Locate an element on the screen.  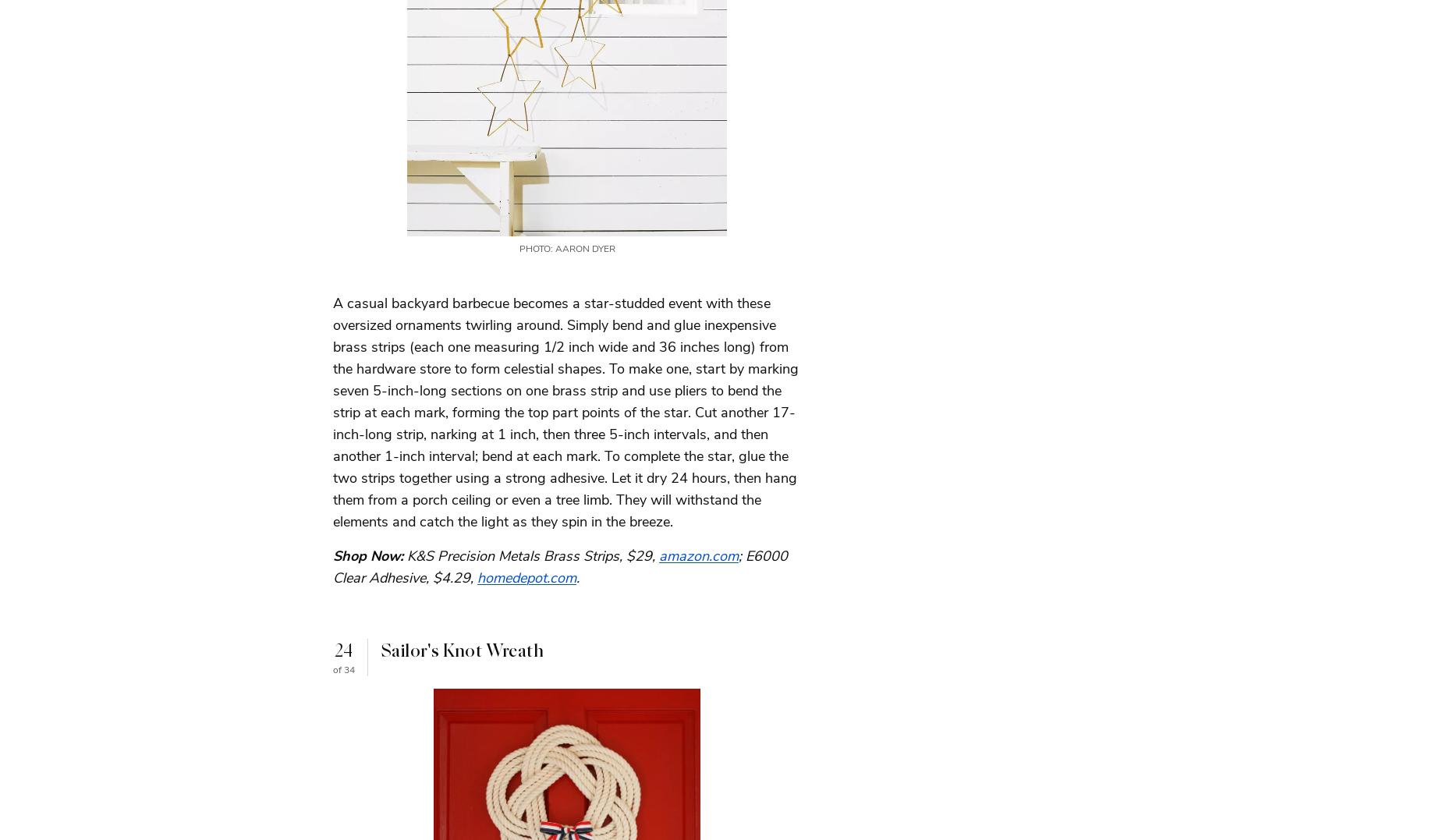
'amazon.com' is located at coordinates (659, 555).